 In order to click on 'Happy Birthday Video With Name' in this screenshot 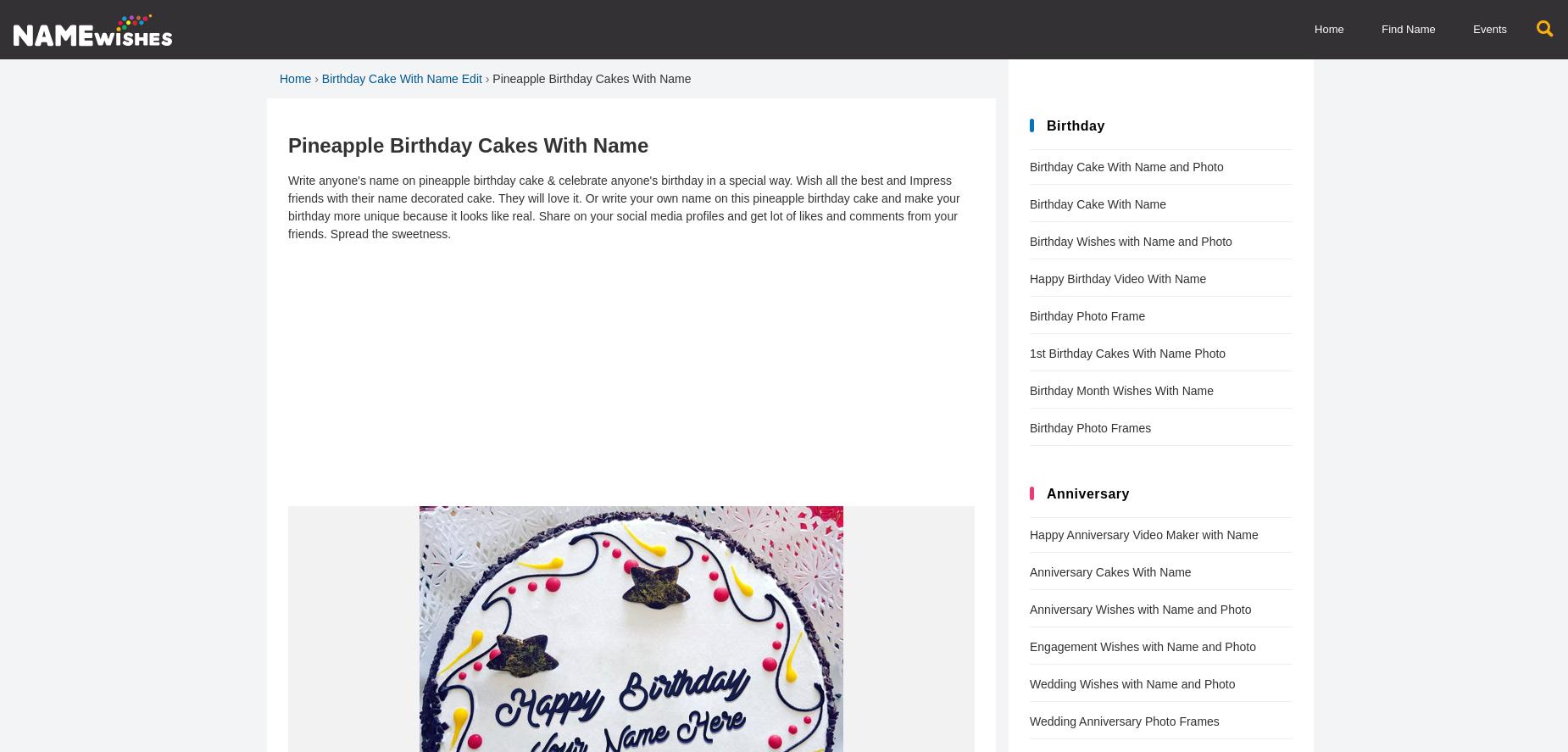, I will do `click(1117, 278)`.